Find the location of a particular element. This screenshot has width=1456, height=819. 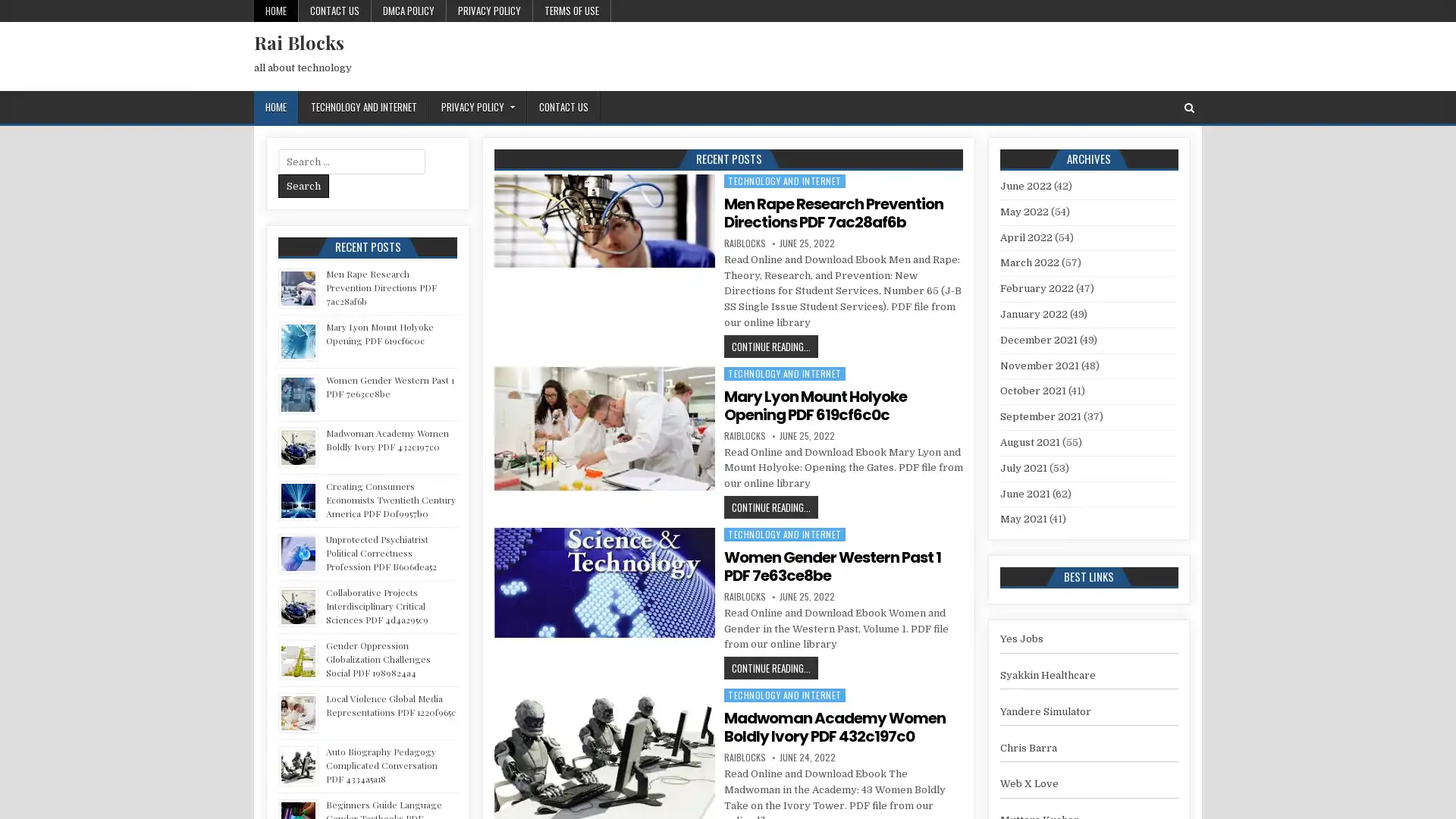

Search is located at coordinates (303, 185).